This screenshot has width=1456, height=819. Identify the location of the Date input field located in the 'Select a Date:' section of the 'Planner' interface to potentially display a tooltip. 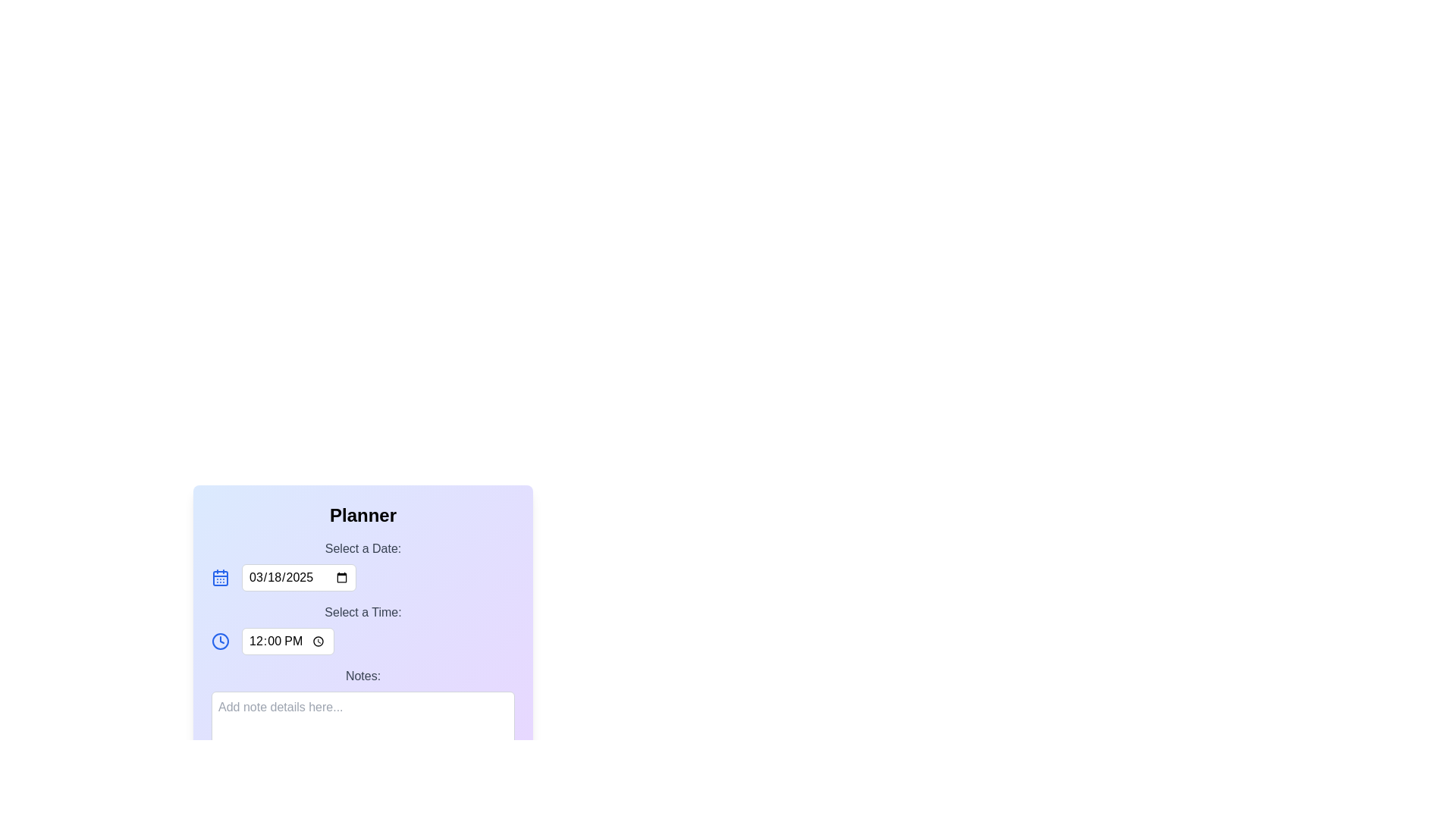
(299, 578).